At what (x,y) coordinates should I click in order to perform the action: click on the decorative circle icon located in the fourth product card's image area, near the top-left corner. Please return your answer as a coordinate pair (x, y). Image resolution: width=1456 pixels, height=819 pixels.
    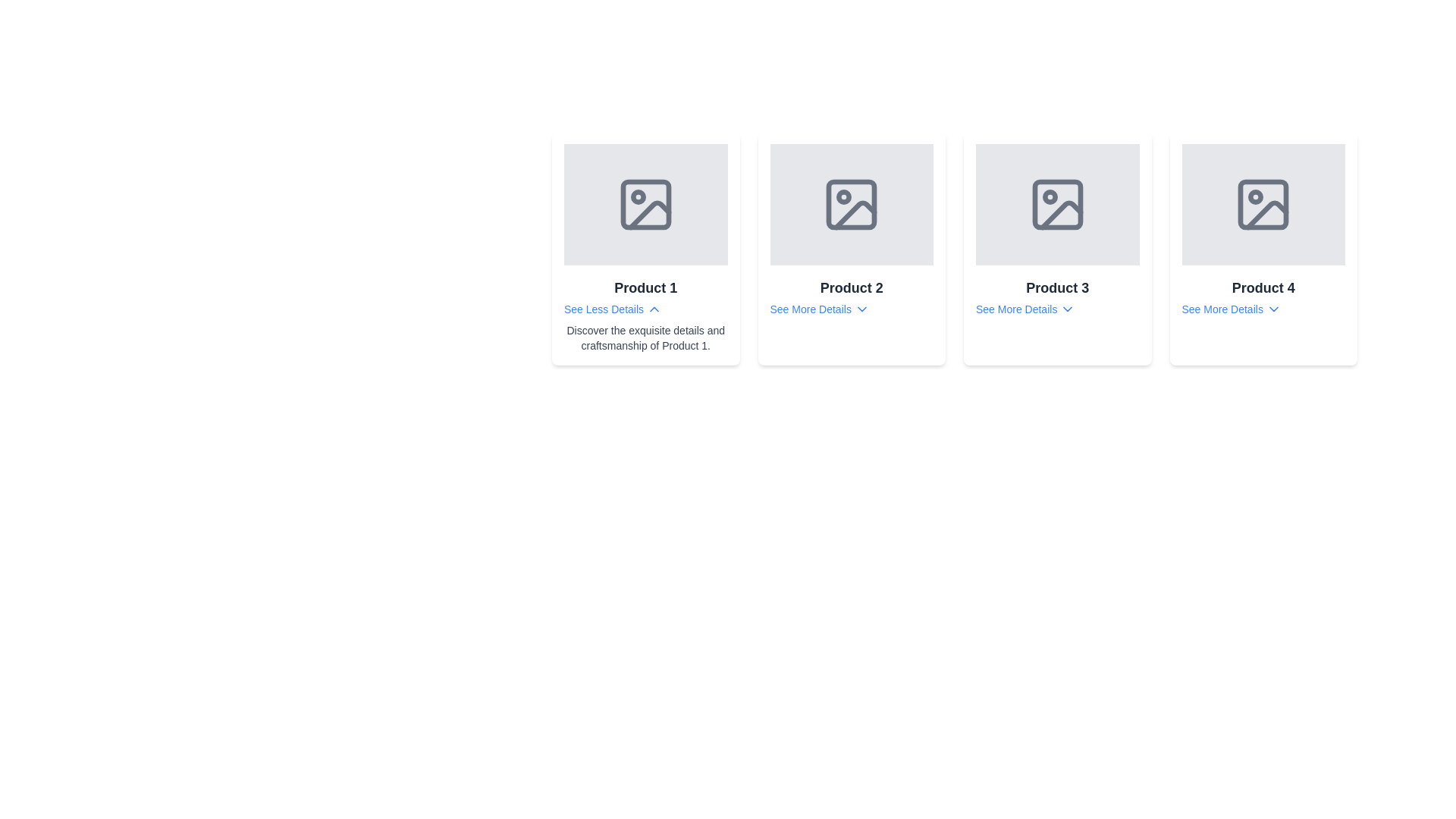
    Looking at the image, I should click on (1256, 196).